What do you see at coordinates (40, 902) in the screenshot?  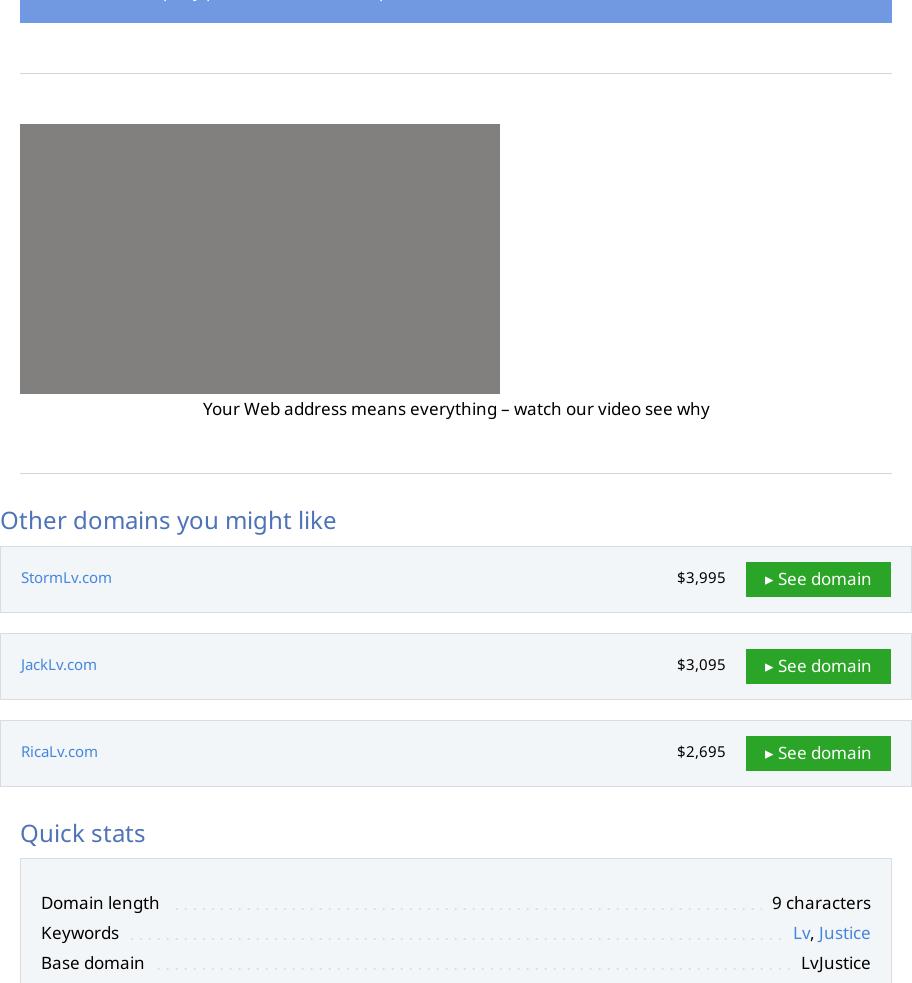 I see `'Domain length'` at bounding box center [40, 902].